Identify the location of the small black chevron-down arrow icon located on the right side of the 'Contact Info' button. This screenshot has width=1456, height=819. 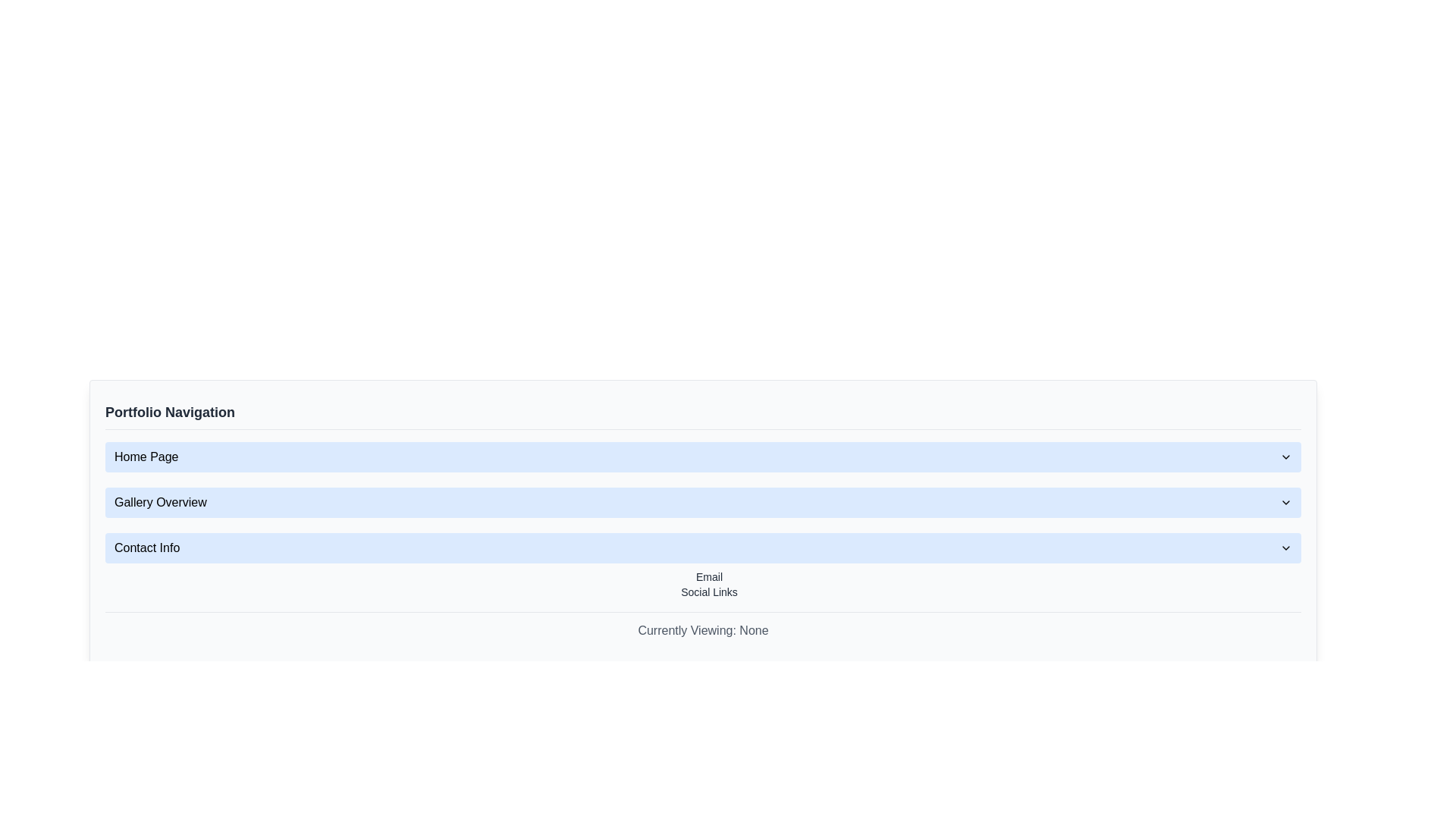
(1285, 548).